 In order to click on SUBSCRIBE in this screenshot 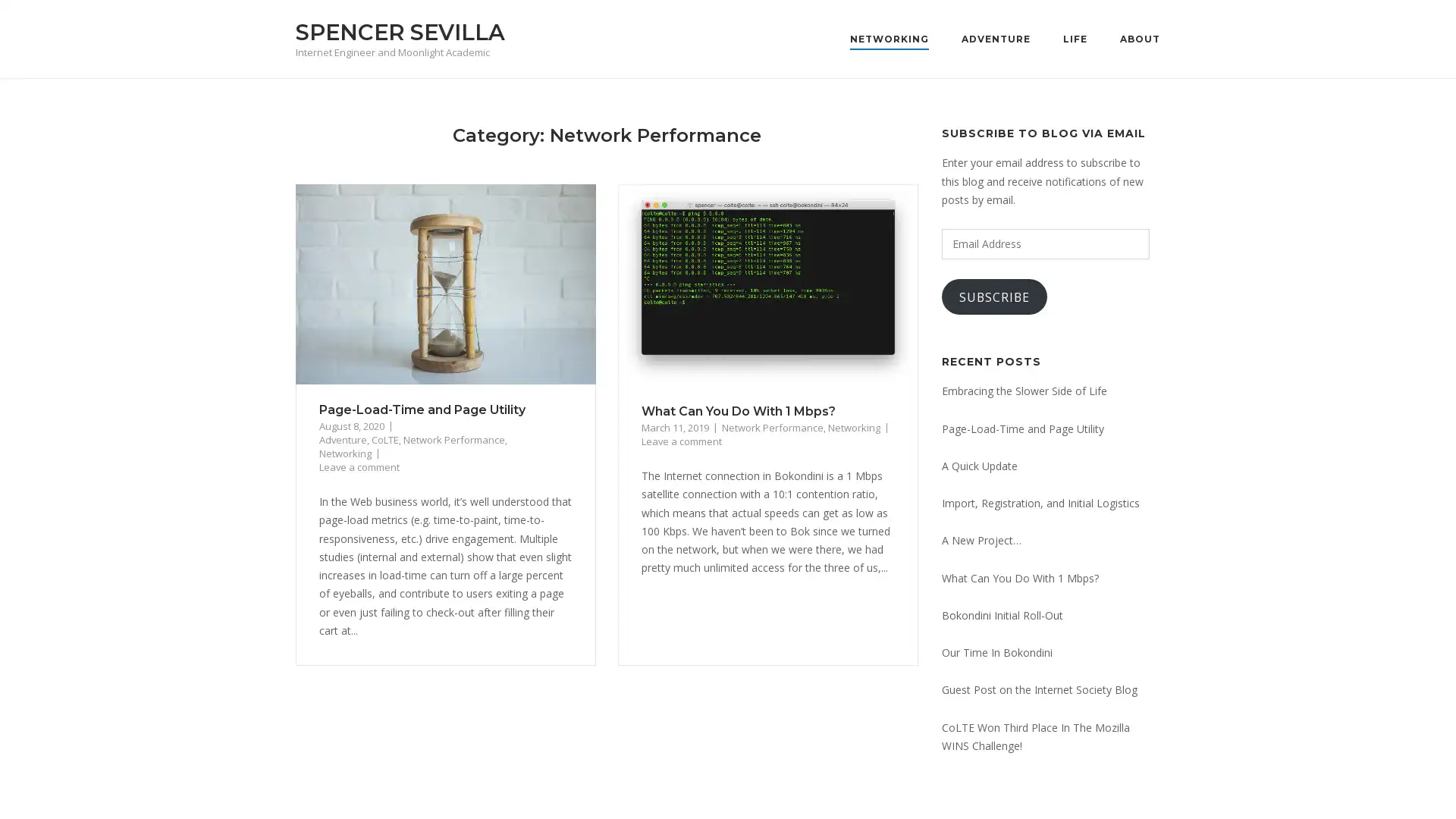, I will do `click(994, 297)`.